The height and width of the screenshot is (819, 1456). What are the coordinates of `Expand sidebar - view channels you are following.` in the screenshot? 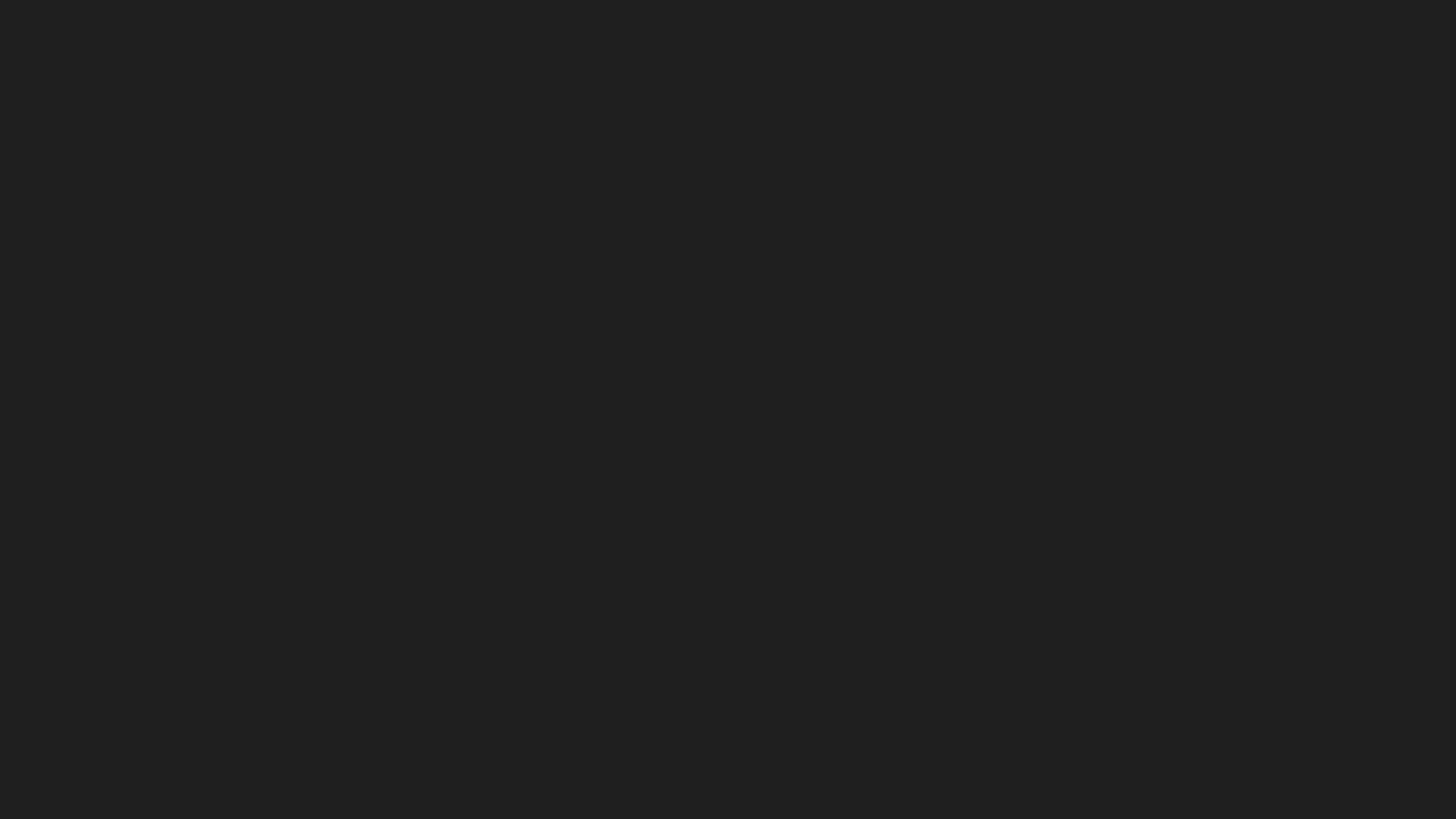 It's located at (35, 23).